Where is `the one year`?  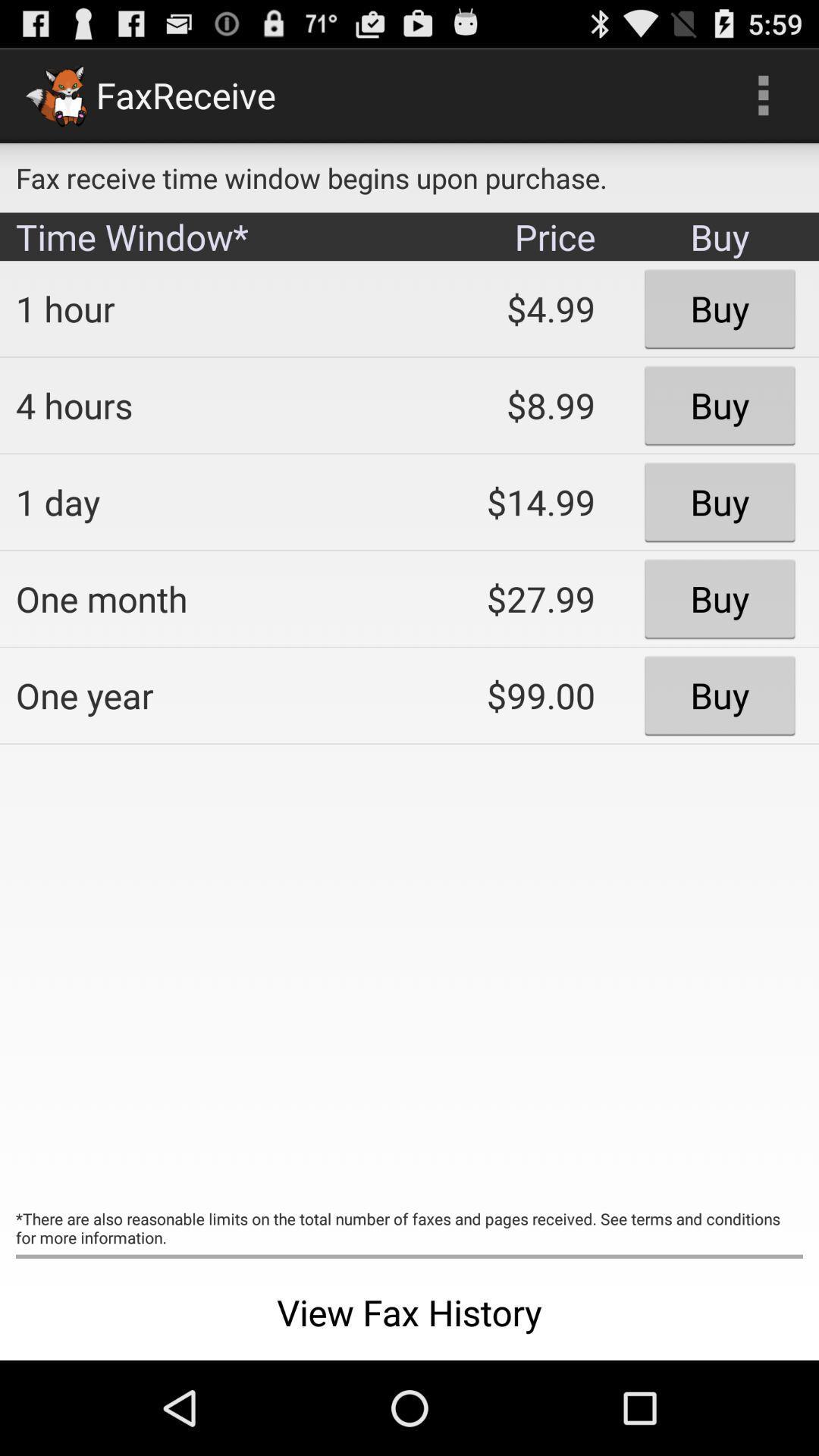
the one year is located at coordinates (201, 695).